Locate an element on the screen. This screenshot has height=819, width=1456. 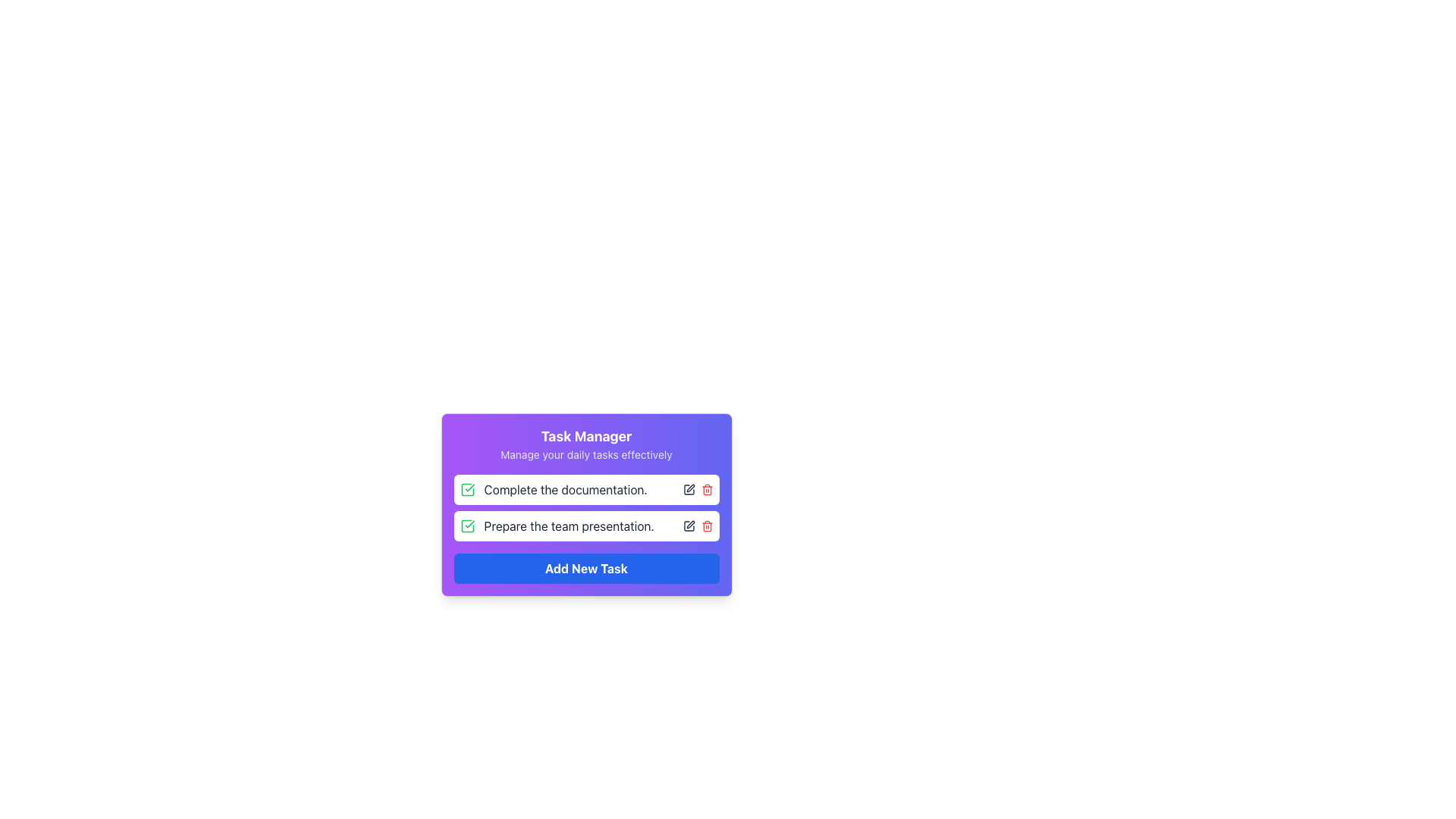
the red trash bin icon is located at coordinates (706, 526).